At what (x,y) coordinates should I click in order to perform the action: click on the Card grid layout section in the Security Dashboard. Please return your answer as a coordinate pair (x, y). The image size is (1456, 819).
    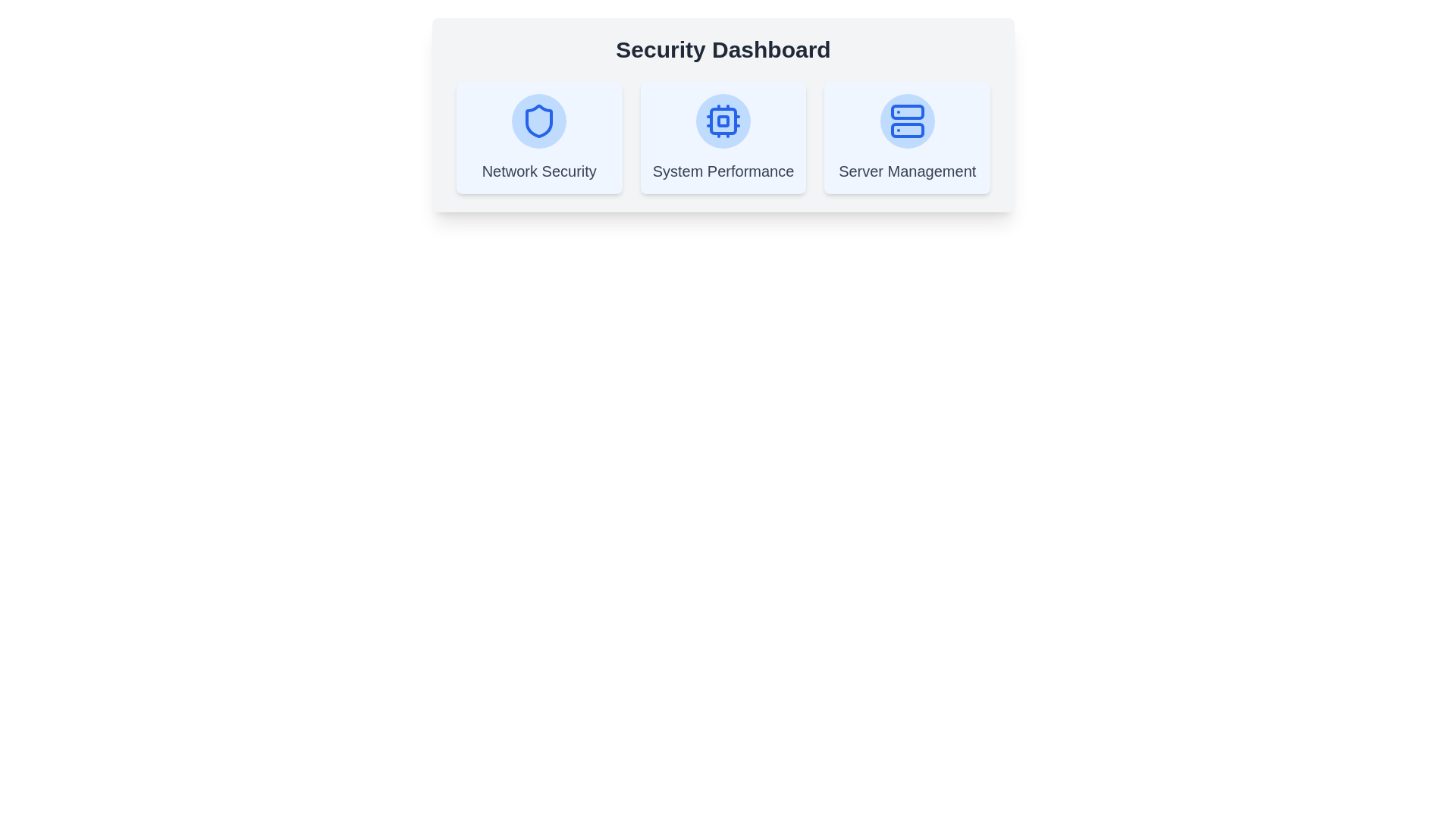
    Looking at the image, I should click on (723, 137).